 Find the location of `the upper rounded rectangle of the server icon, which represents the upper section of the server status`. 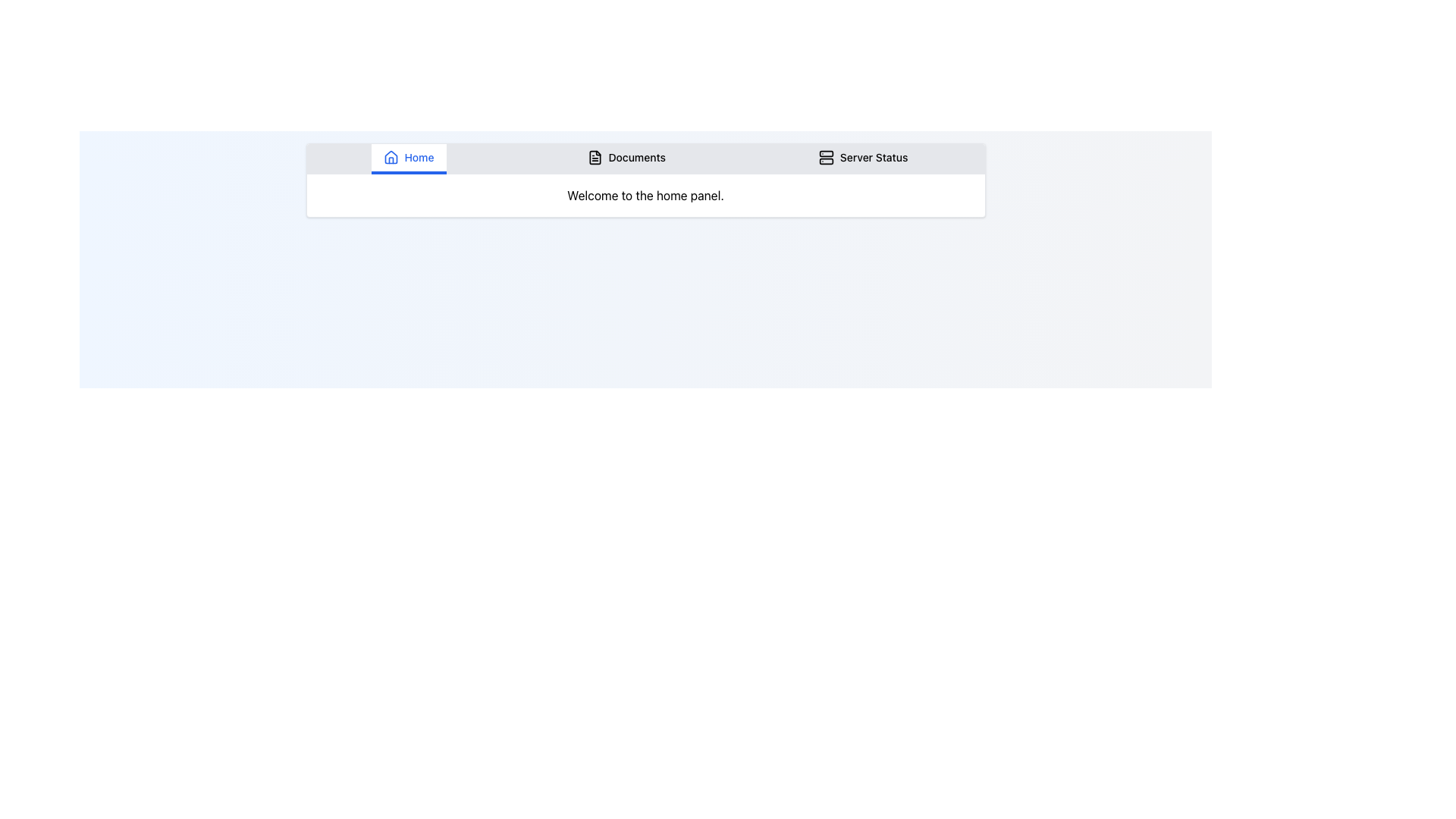

the upper rounded rectangle of the server icon, which represents the upper section of the server status is located at coordinates (825, 154).